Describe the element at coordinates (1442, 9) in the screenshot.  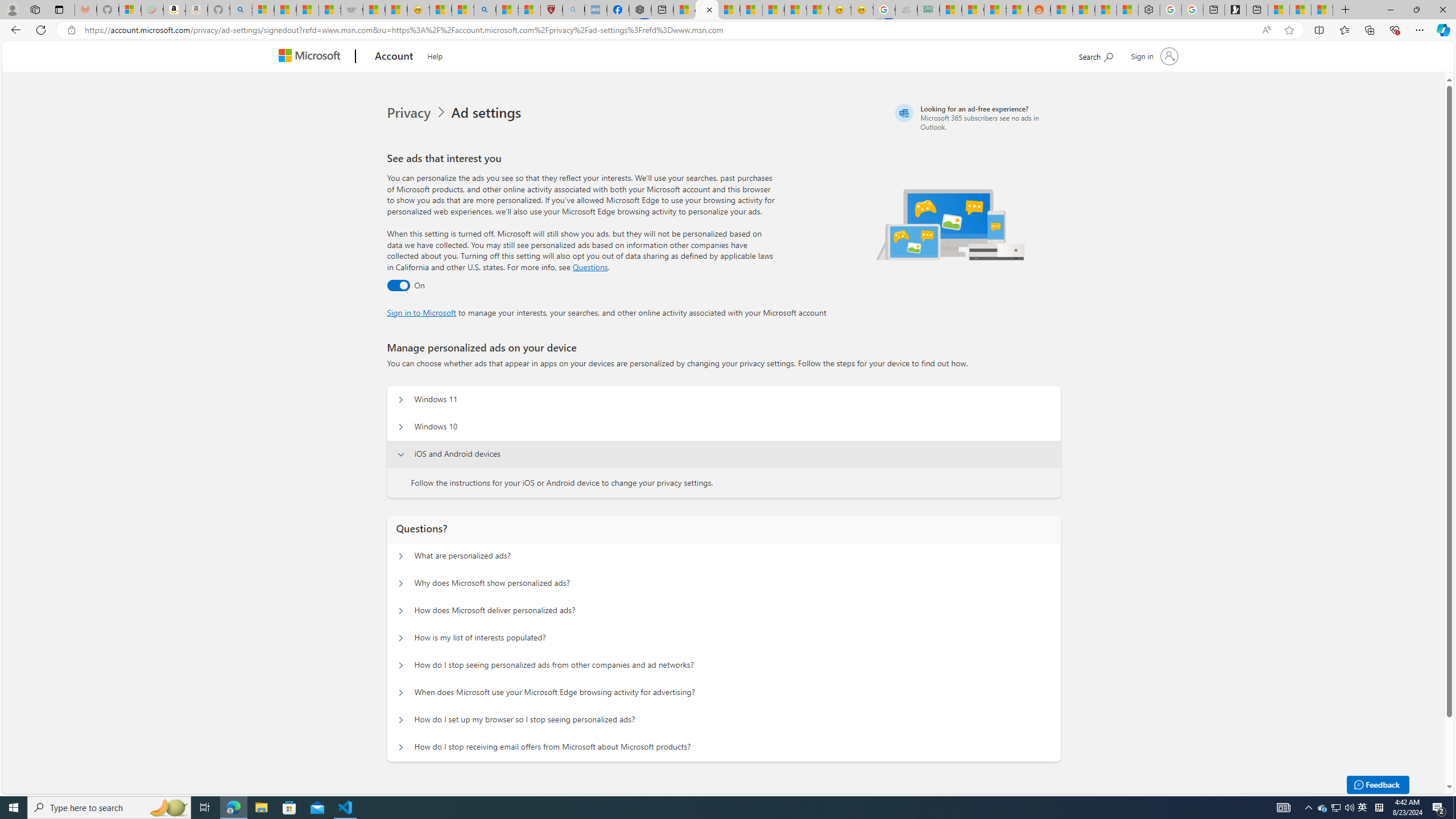
I see `'Close'` at that location.